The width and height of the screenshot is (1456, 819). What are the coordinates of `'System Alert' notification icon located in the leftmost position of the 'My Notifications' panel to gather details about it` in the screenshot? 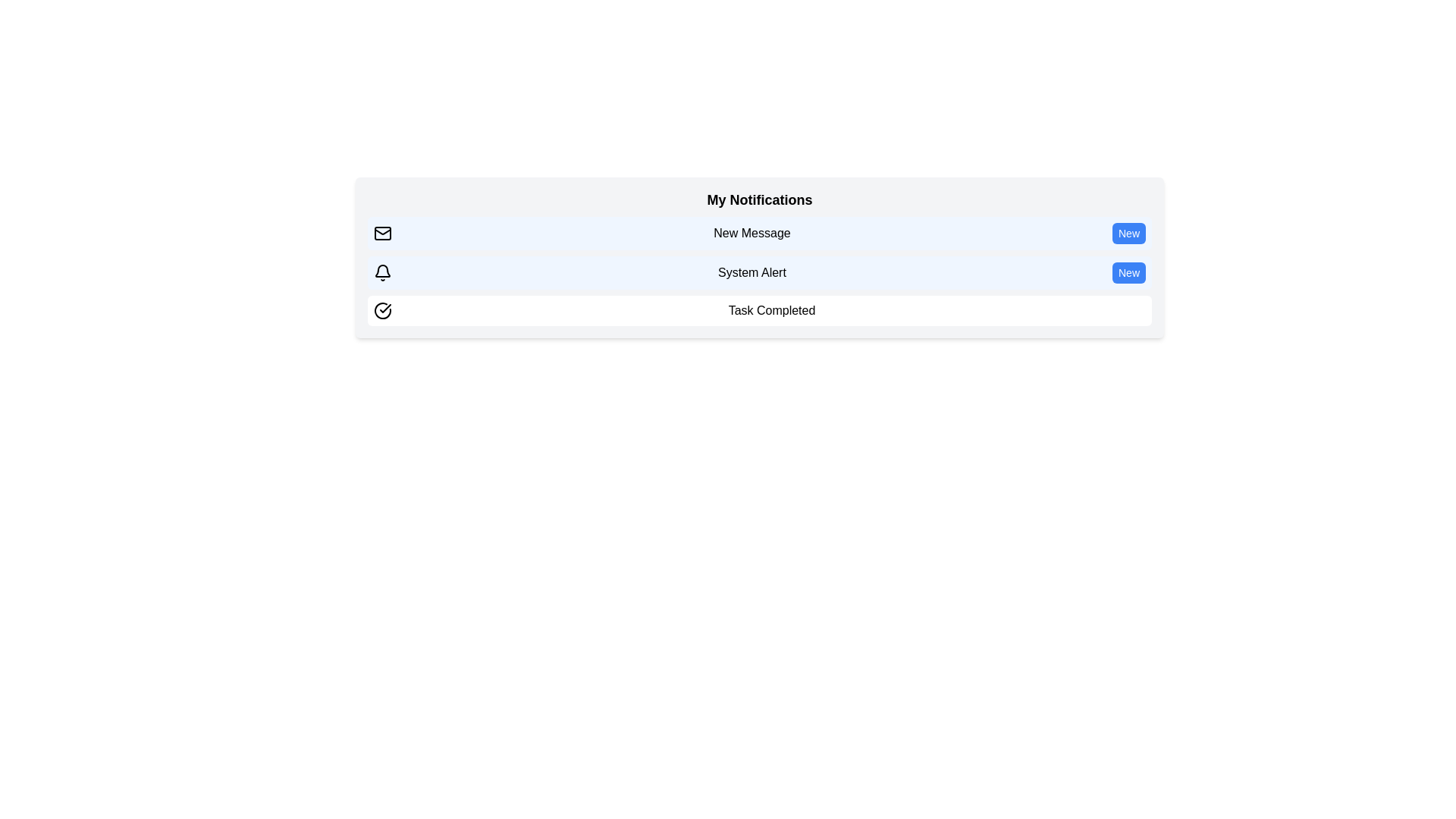 It's located at (382, 271).